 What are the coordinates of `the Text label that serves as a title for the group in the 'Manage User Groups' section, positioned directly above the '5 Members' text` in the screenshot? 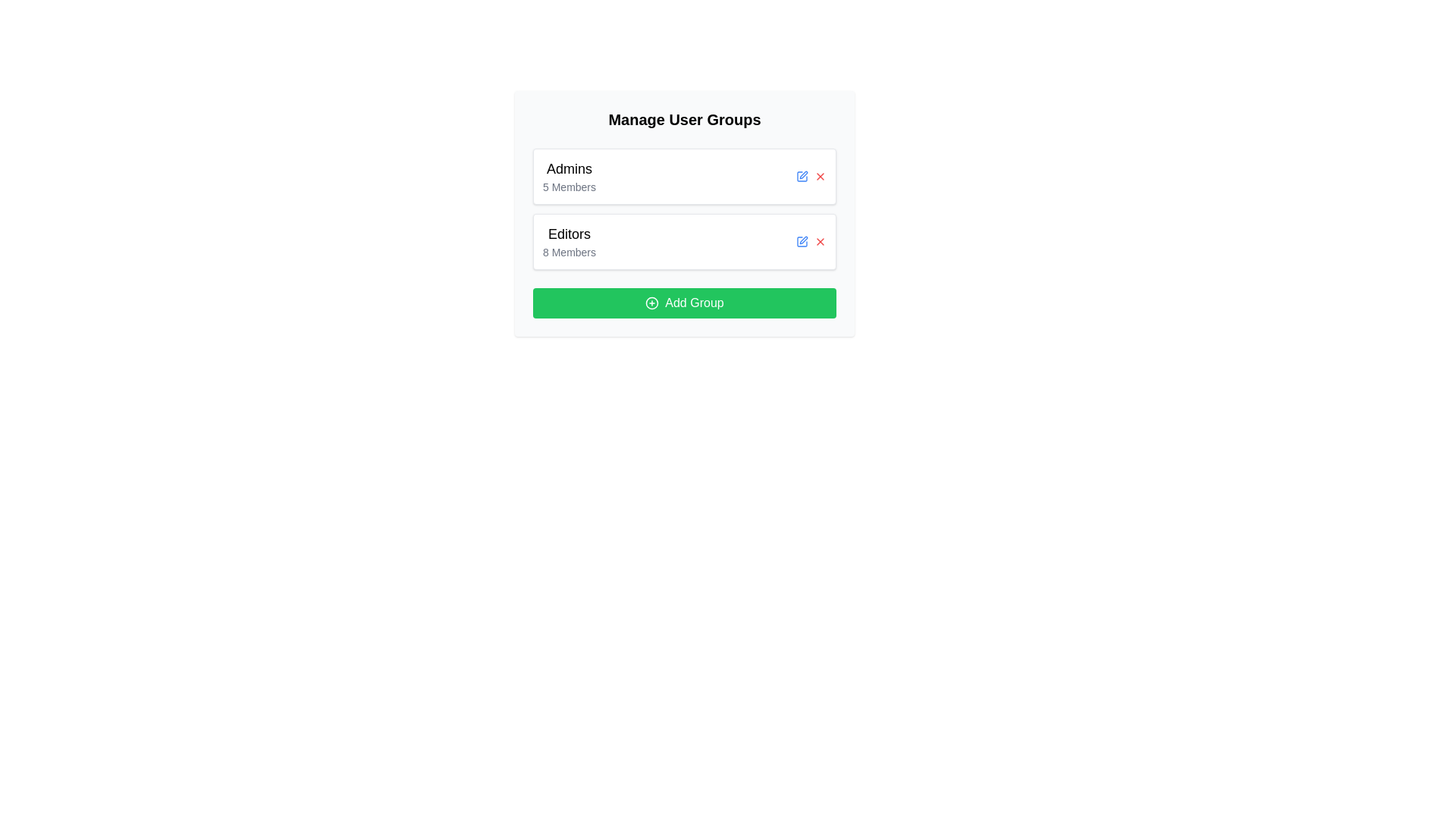 It's located at (569, 169).